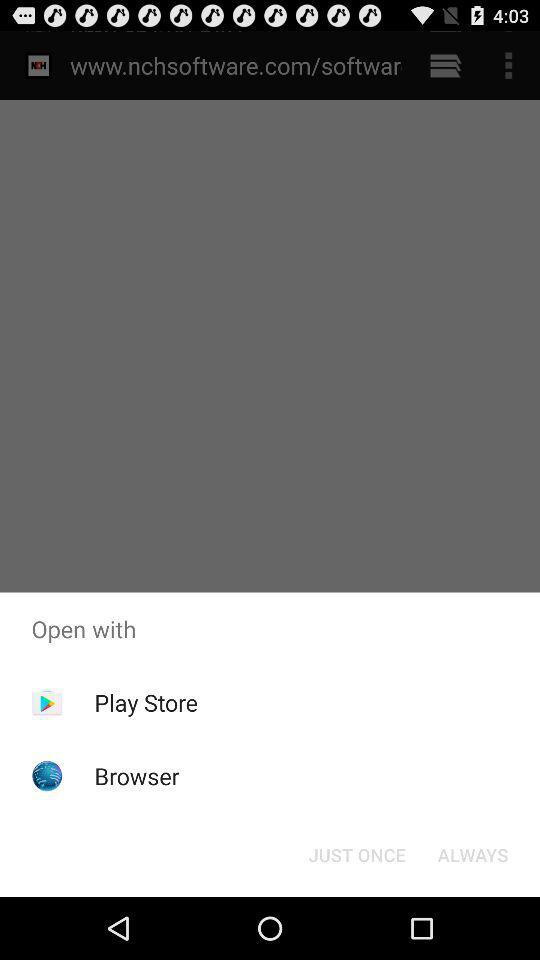 Image resolution: width=540 pixels, height=960 pixels. I want to click on the browser icon, so click(136, 775).